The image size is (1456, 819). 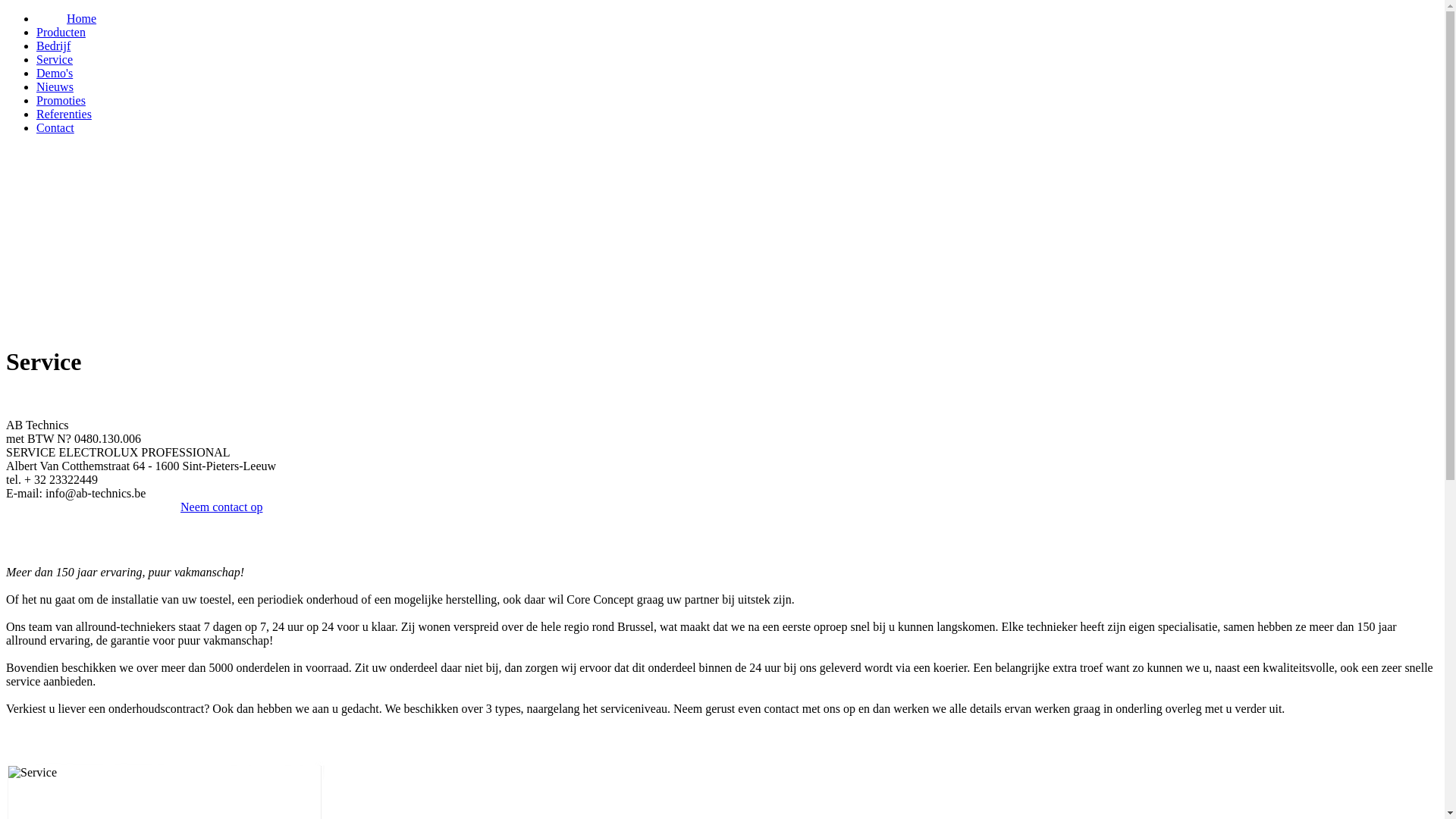 What do you see at coordinates (61, 100) in the screenshot?
I see `'Promoties'` at bounding box center [61, 100].